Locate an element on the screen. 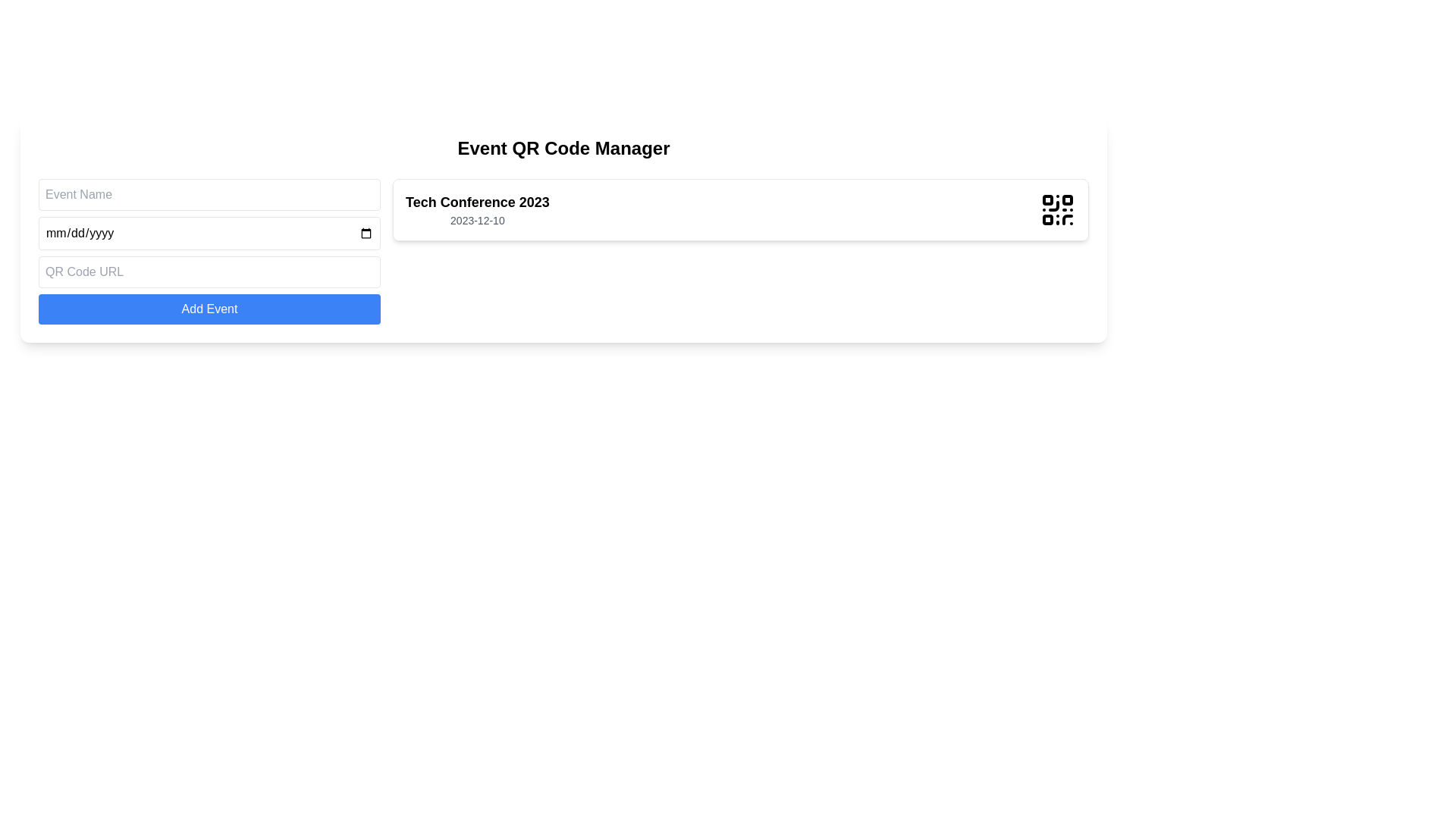 The height and width of the screenshot is (819, 1456). the second square in the top row of the QR code icon located in the top right corner of the white card containing the event details is located at coordinates (1066, 199).